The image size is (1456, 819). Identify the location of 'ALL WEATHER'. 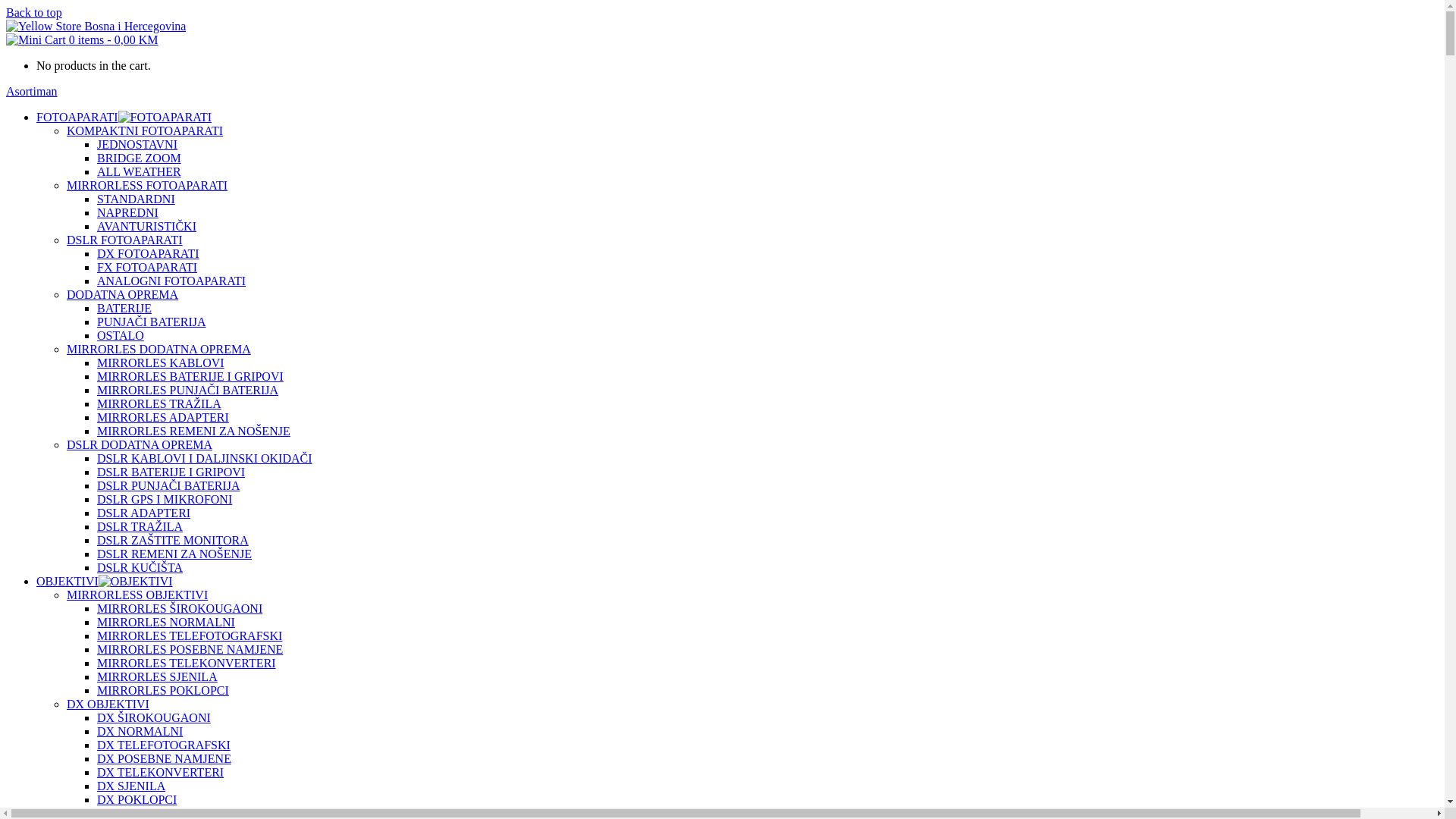
(139, 171).